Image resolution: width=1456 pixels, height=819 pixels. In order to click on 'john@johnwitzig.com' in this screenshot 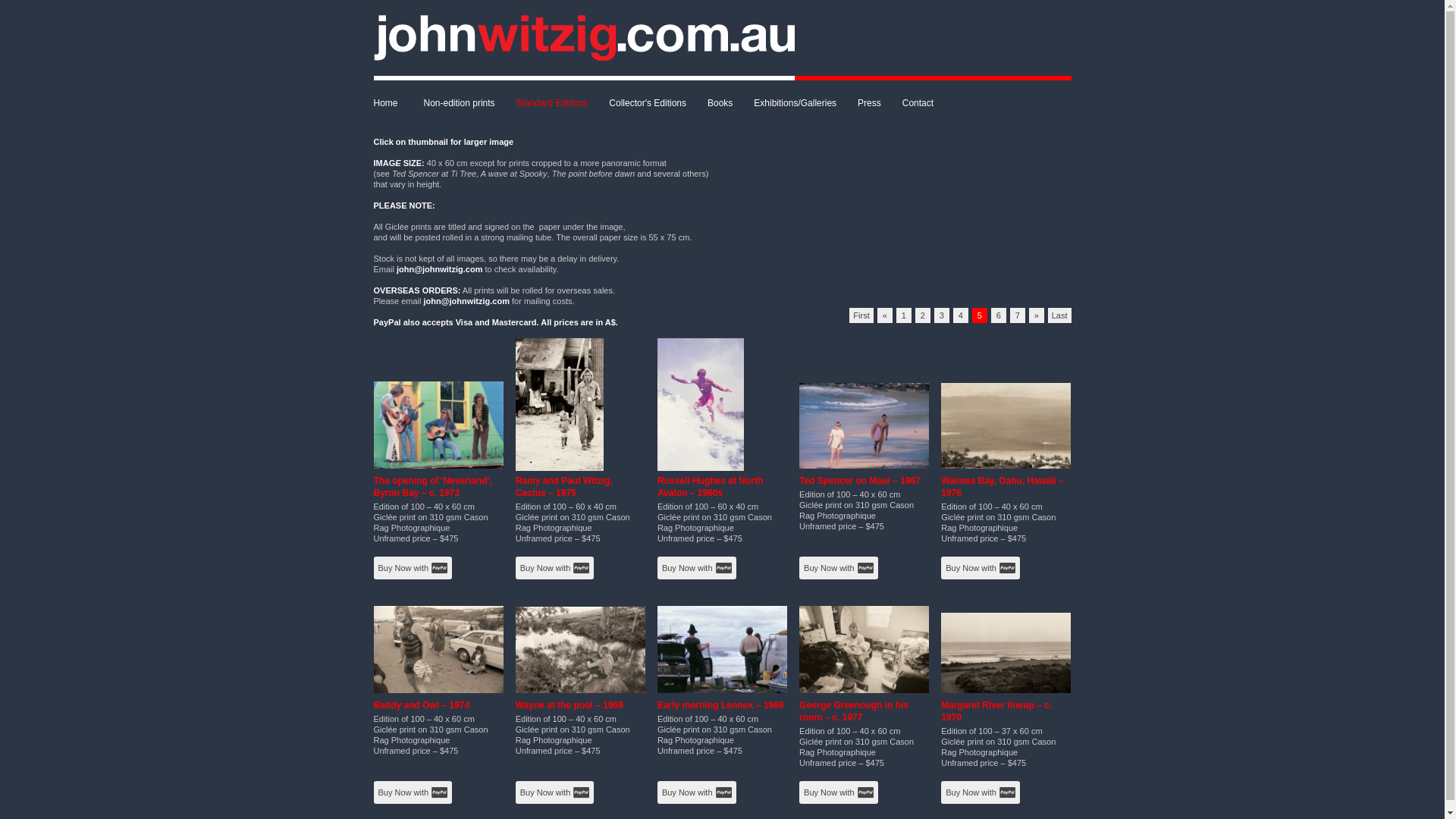, I will do `click(466, 301)`.